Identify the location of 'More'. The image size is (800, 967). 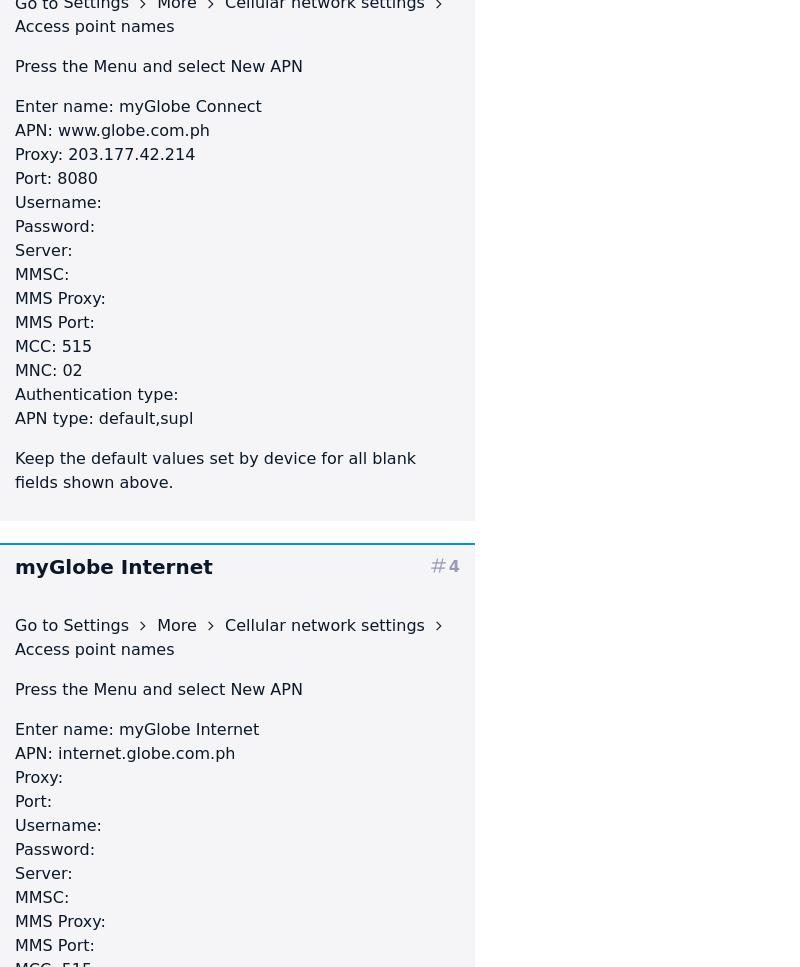
(175, 625).